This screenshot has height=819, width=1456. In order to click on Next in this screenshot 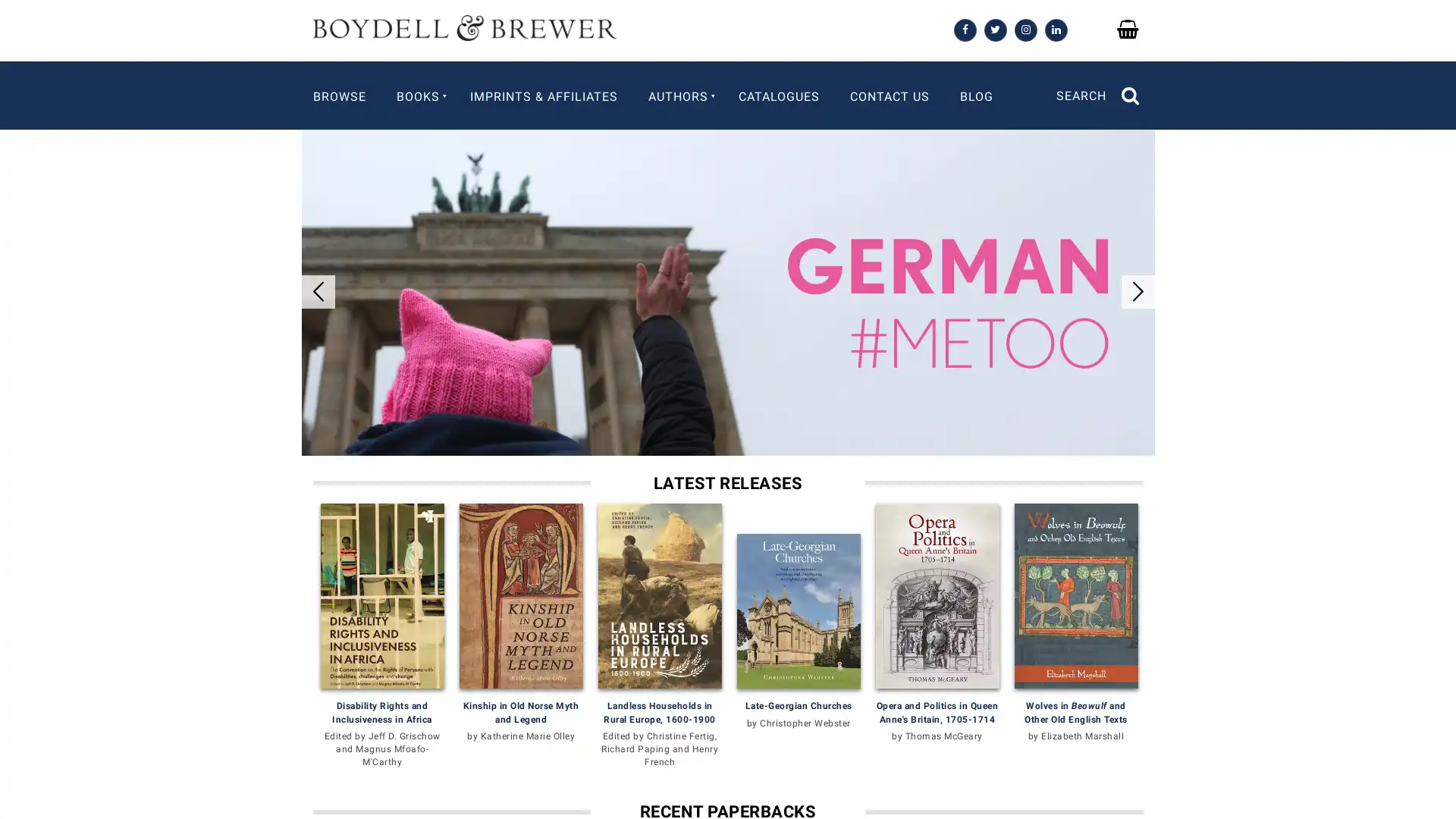, I will do `click(1137, 268)`.